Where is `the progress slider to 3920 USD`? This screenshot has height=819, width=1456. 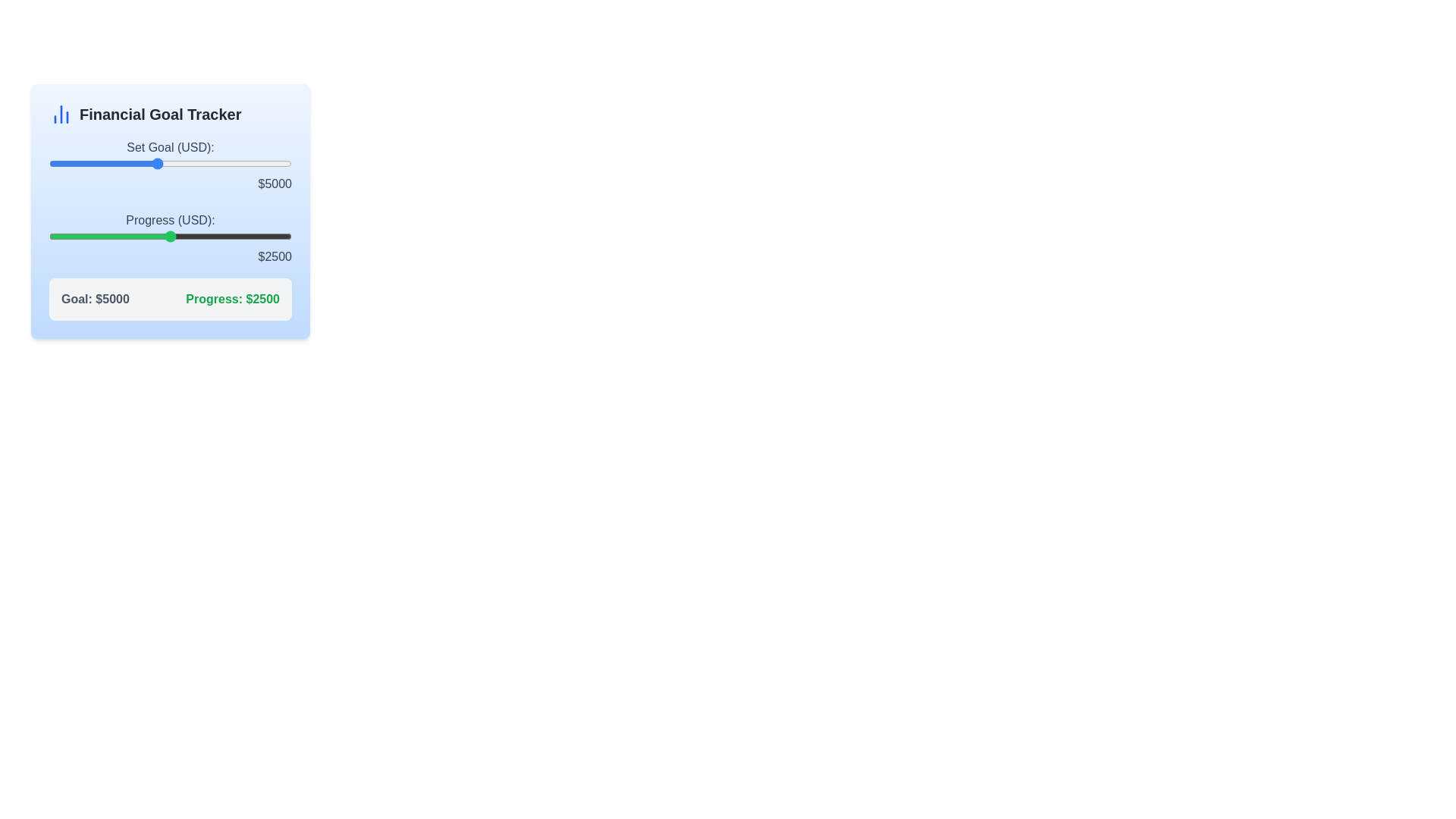
the progress slider to 3920 USD is located at coordinates (238, 237).